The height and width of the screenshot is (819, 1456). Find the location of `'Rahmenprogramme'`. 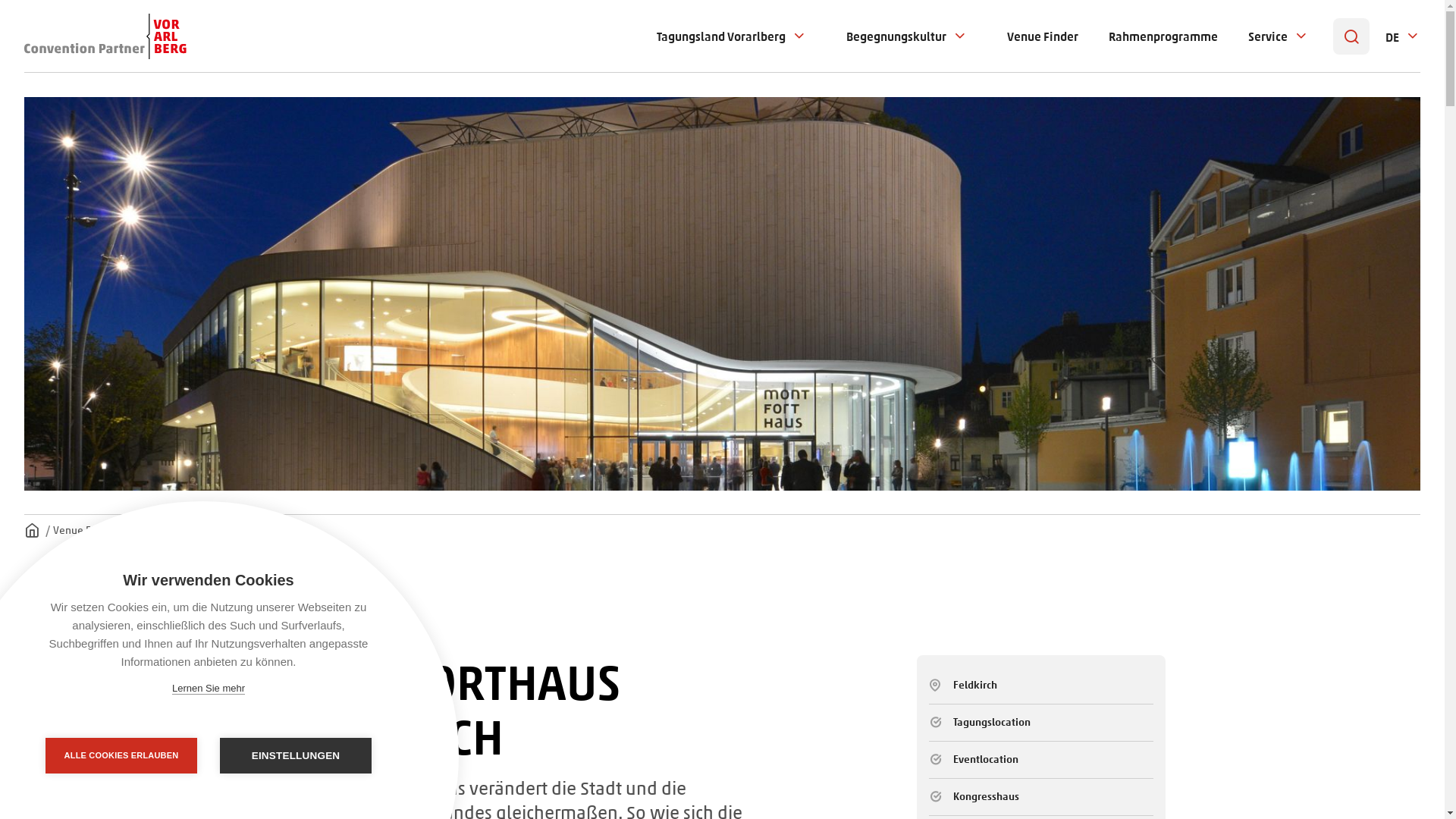

'Rahmenprogramme' is located at coordinates (1163, 35).